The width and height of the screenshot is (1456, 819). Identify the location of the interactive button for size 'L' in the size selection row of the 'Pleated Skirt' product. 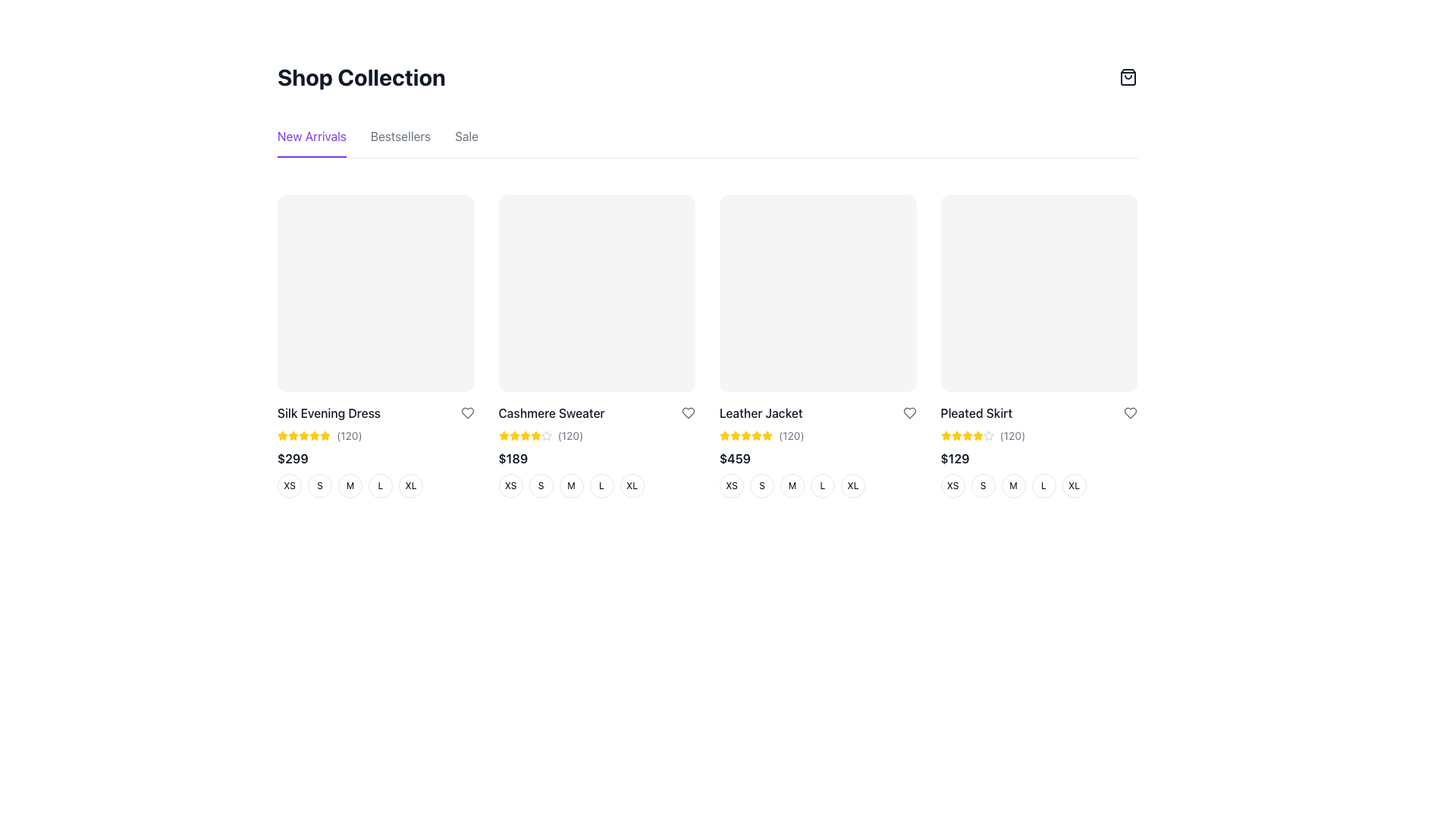
(1038, 485).